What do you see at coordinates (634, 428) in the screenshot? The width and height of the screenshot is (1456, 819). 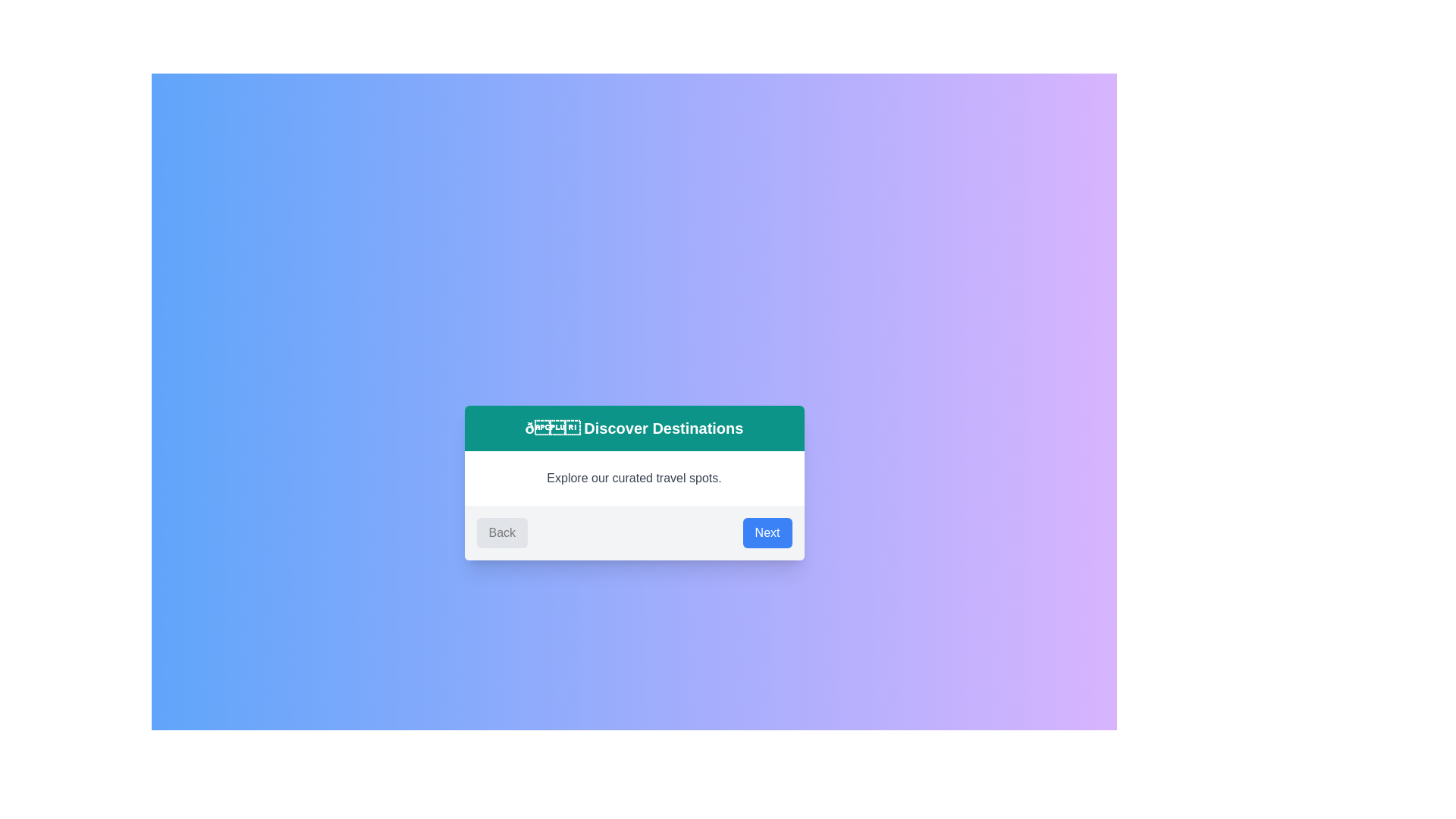 I see `the Header element with a teal background and white bold text that displays 'Discover Destinations' and an emoji, located above the 'Explore our curated travel spots' section` at bounding box center [634, 428].